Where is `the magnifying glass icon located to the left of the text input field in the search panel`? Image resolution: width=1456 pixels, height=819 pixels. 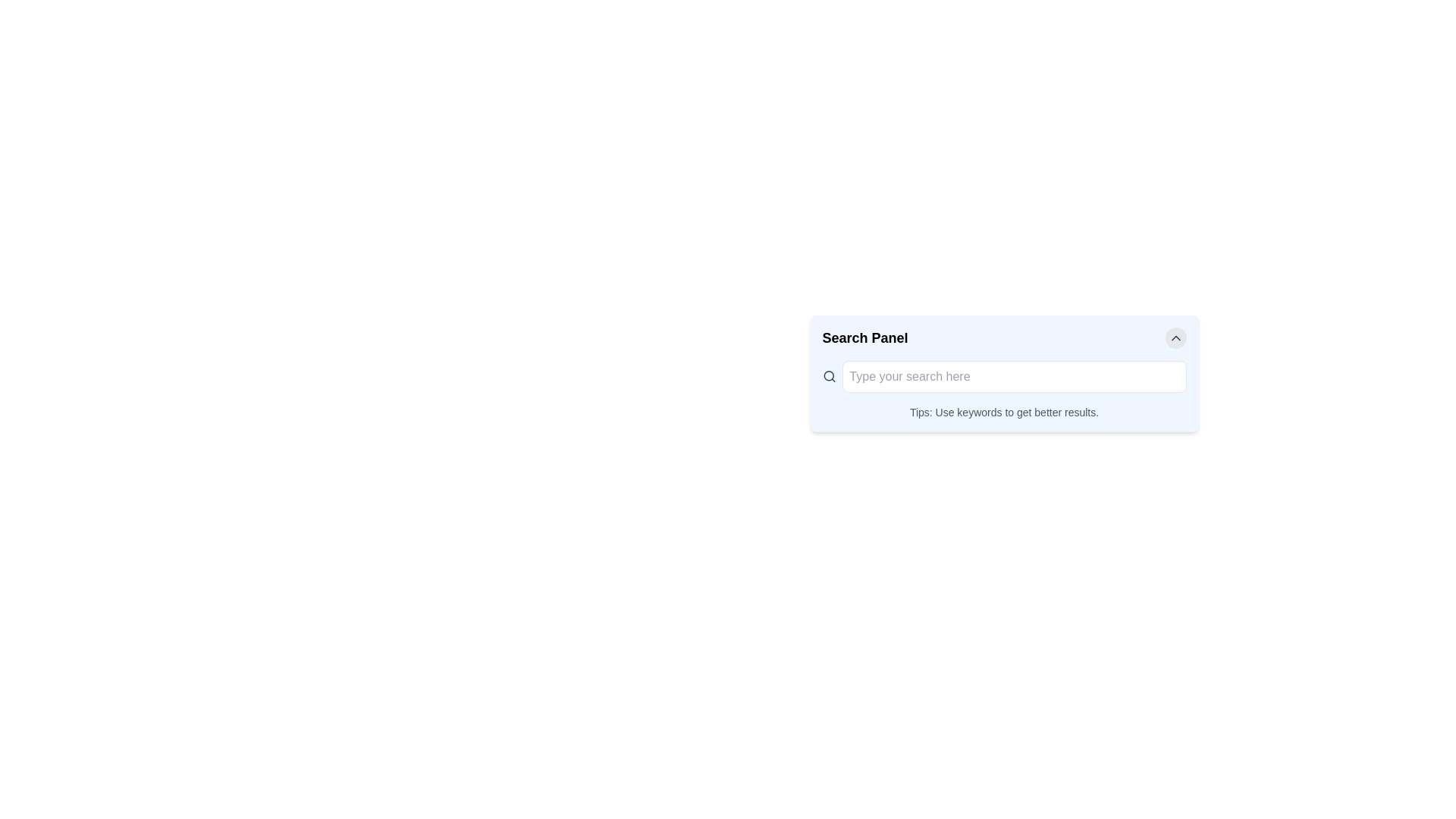 the magnifying glass icon located to the left of the text input field in the search panel is located at coordinates (829, 376).